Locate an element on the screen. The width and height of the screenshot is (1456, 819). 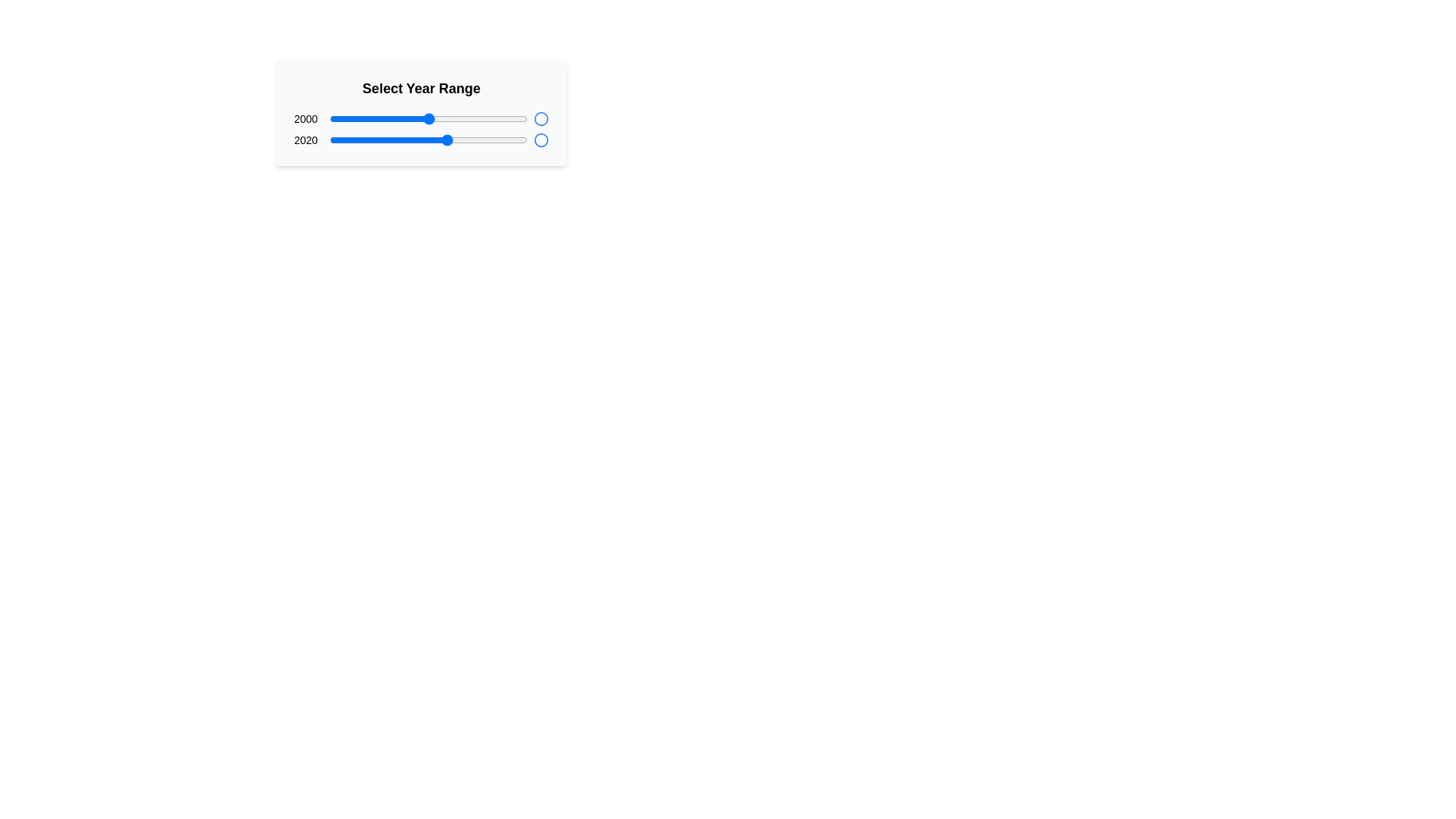
the year slider is located at coordinates (356, 140).